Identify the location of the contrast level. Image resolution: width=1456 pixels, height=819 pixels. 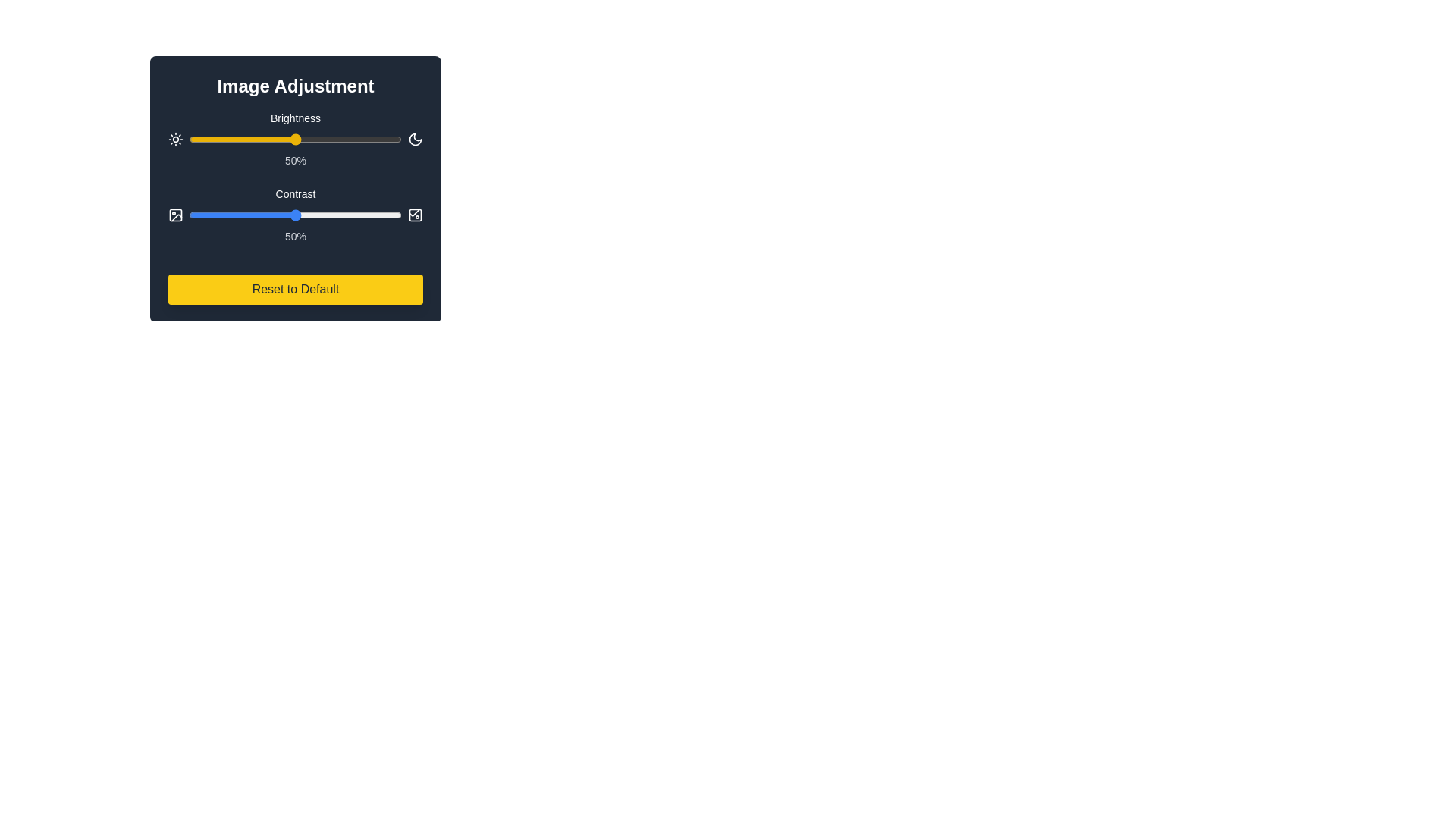
(272, 215).